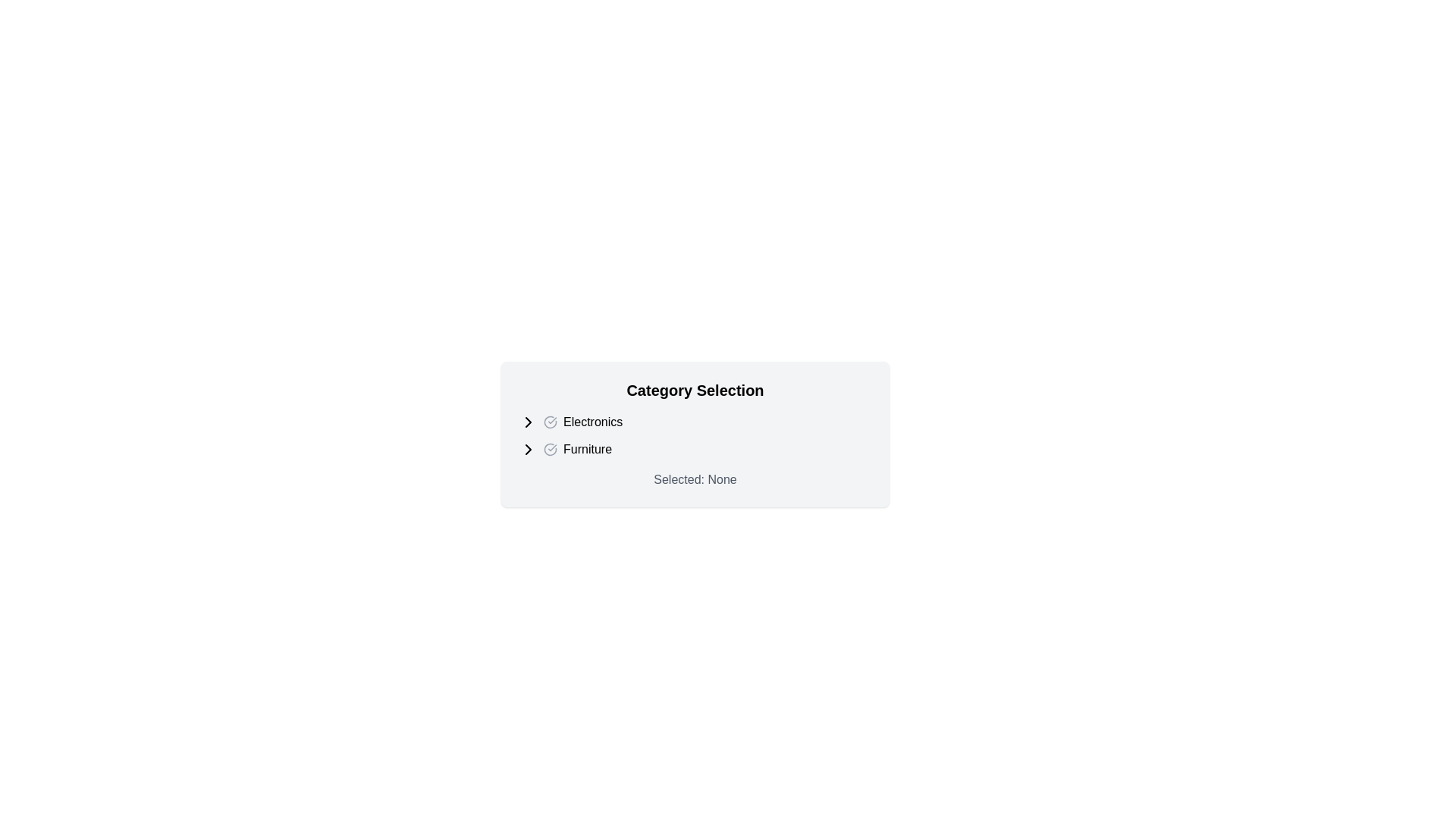 This screenshot has height=819, width=1456. What do you see at coordinates (694, 390) in the screenshot?
I see `the Text Label that serves as a section title for the category selection interface, positioned above the 'Electronics' and 'Furniture' labels` at bounding box center [694, 390].